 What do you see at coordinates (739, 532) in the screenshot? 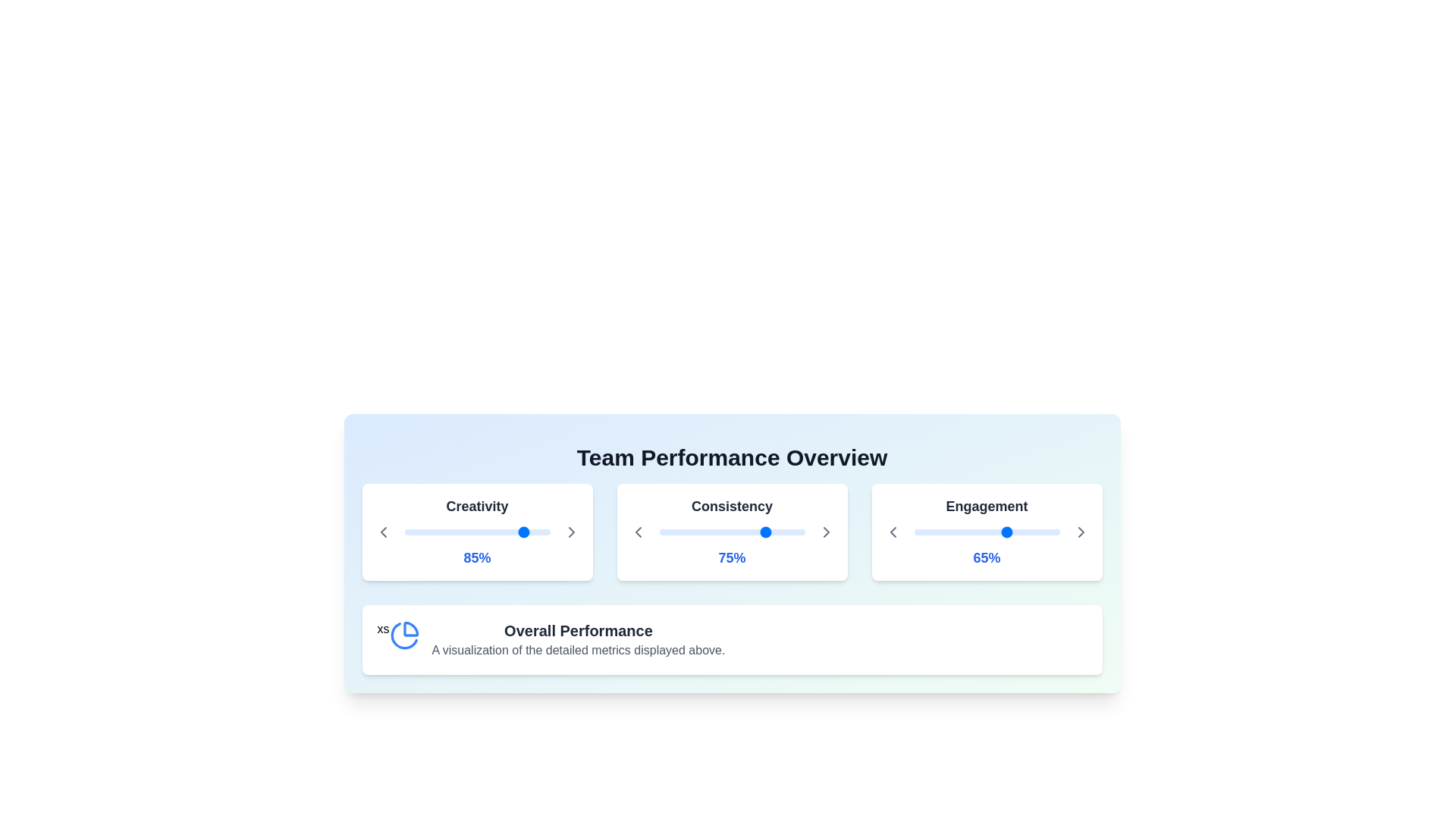
I see `the consistency score` at bounding box center [739, 532].